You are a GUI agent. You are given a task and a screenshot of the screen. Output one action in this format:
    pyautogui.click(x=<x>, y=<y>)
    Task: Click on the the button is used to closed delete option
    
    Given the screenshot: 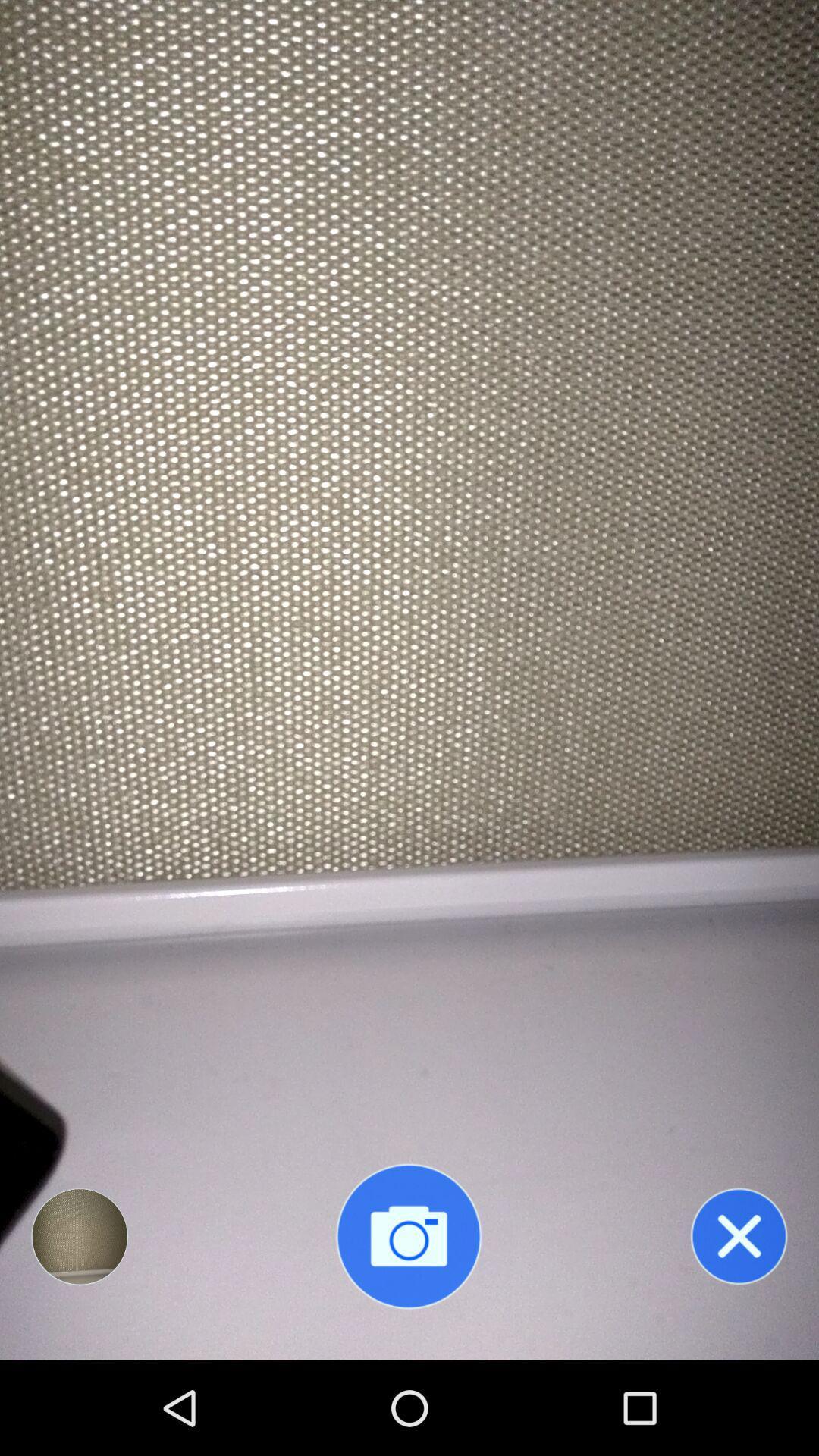 What is the action you would take?
    pyautogui.click(x=738, y=1236)
    